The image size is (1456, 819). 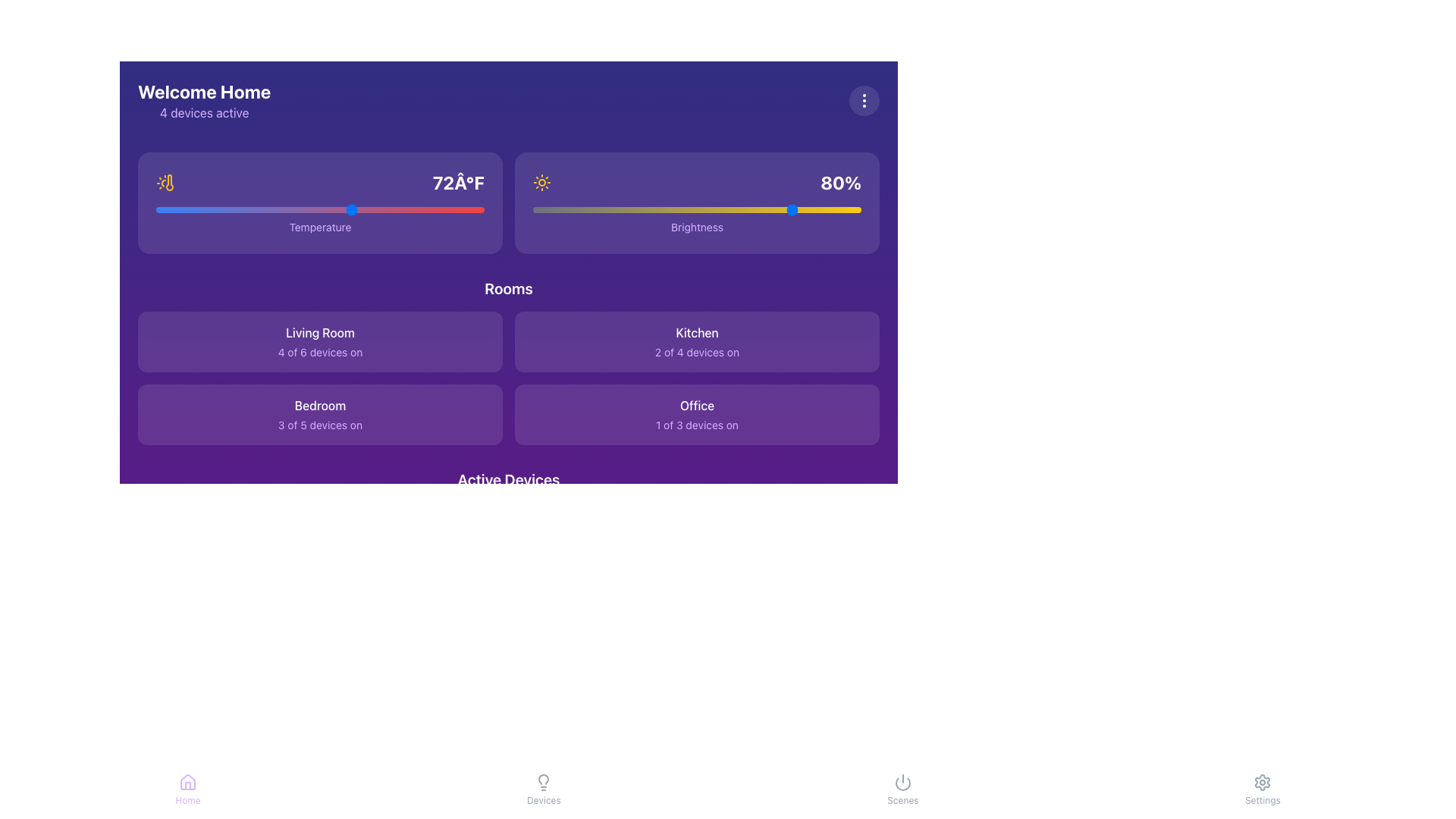 I want to click on the temperature, so click(x=386, y=210).